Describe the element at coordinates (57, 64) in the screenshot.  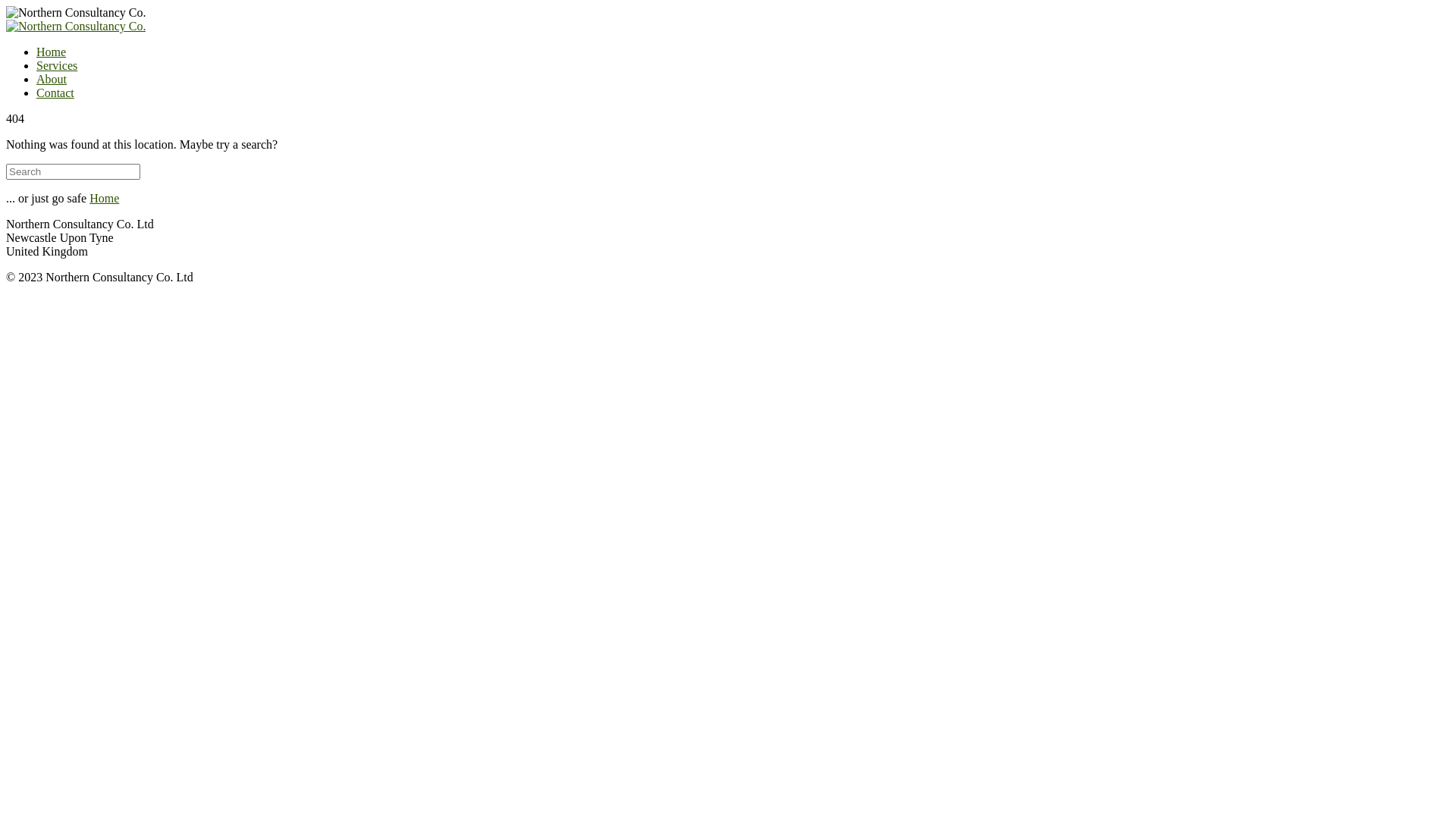
I see `'Services'` at that location.